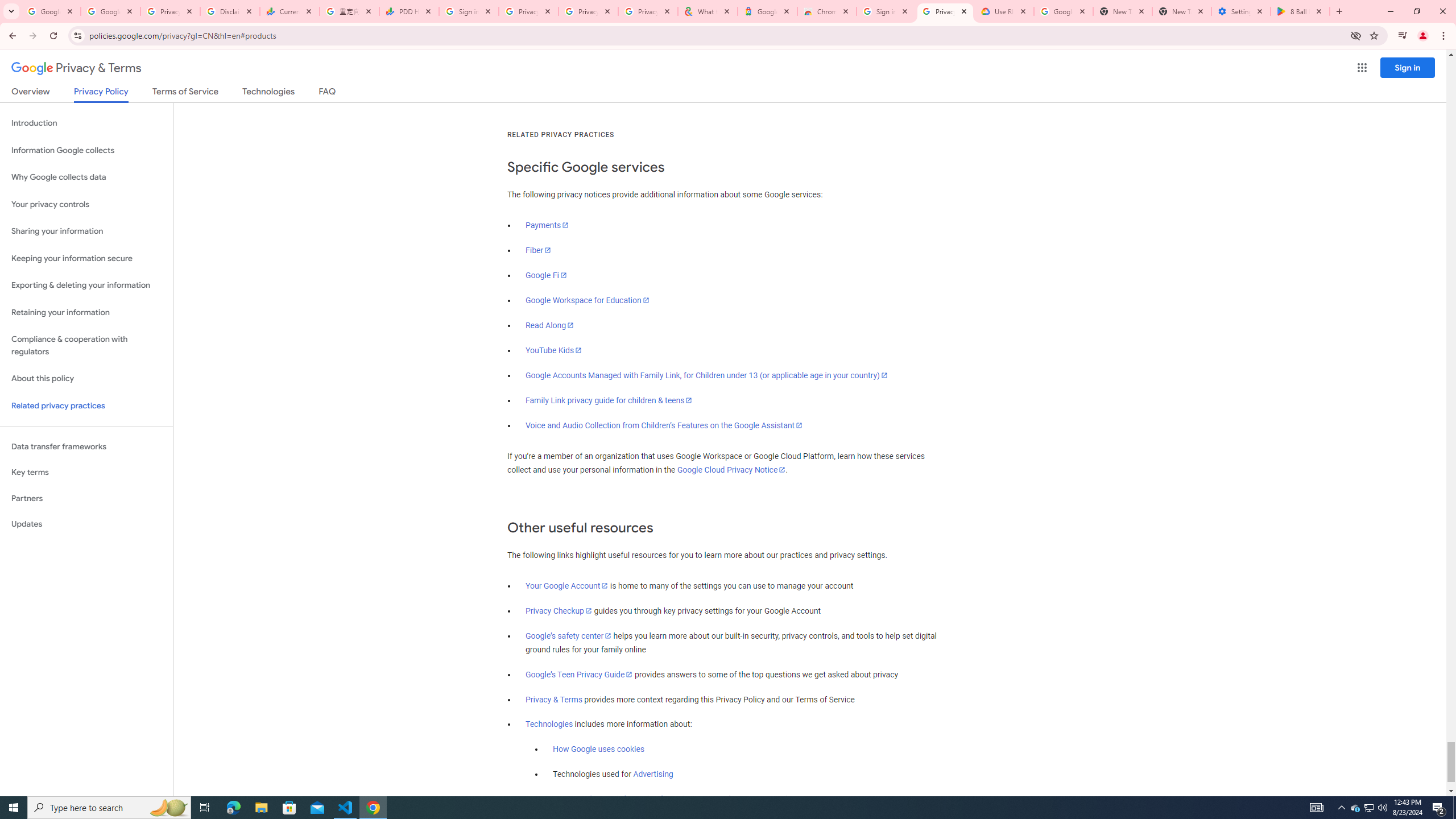  Describe the element at coordinates (731, 469) in the screenshot. I see `'Google Cloud Privacy Notice'` at that location.